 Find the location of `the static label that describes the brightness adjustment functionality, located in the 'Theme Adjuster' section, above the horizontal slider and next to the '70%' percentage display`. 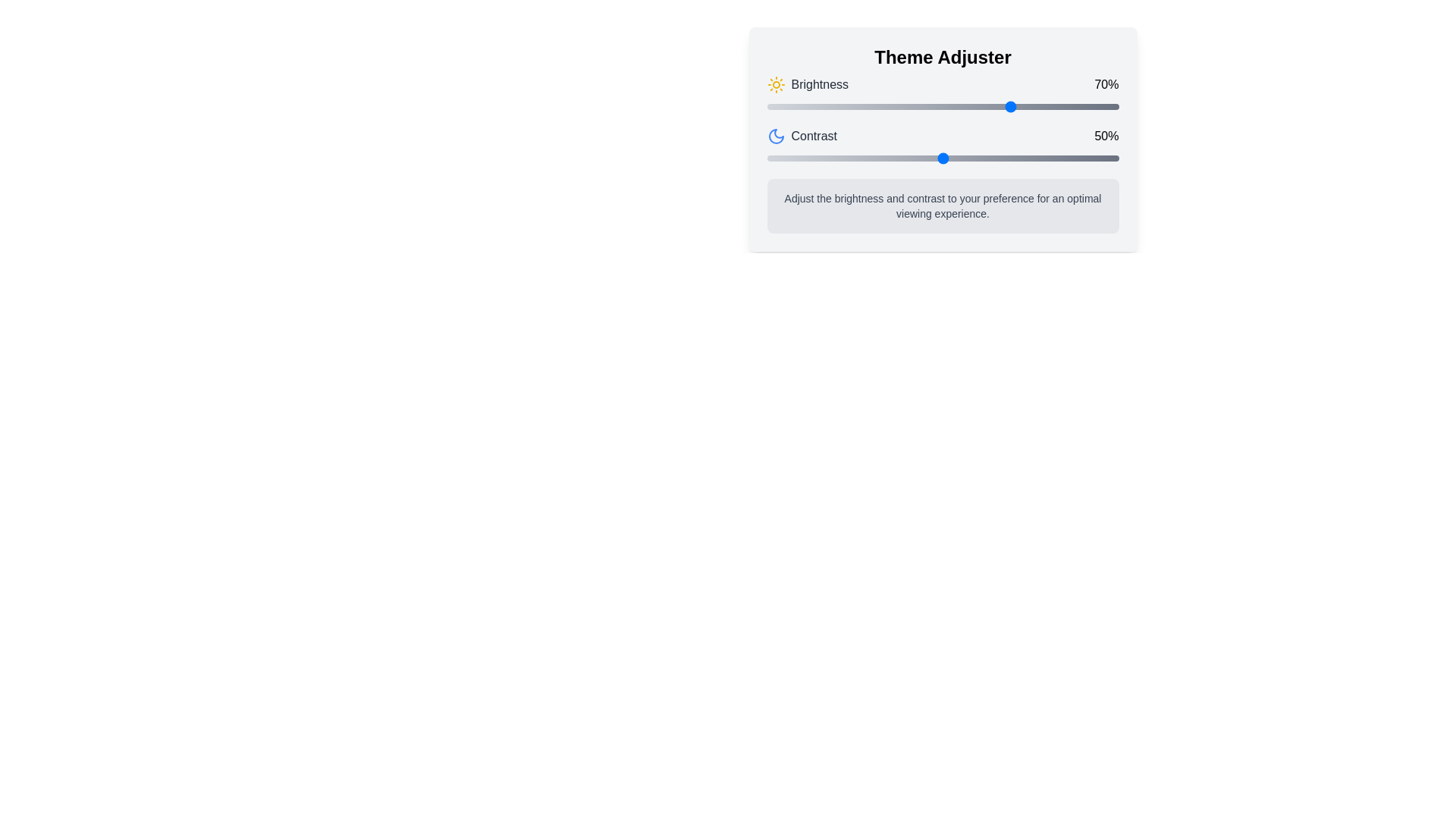

the static label that describes the brightness adjustment functionality, located in the 'Theme Adjuster' section, above the horizontal slider and next to the '70%' percentage display is located at coordinates (807, 84).